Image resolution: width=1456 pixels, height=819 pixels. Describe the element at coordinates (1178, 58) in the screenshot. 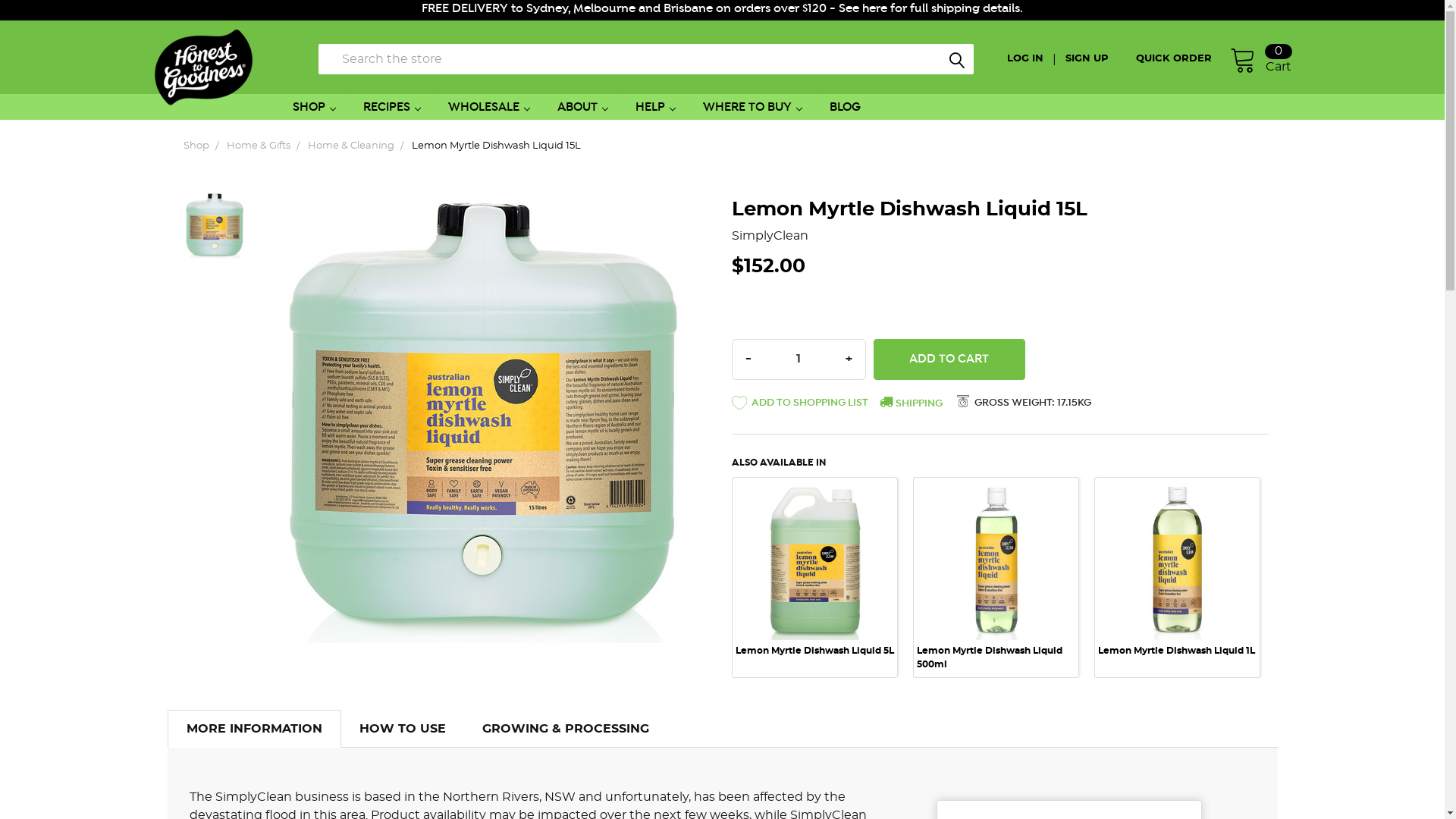

I see `'QUICK ORDER'` at that location.